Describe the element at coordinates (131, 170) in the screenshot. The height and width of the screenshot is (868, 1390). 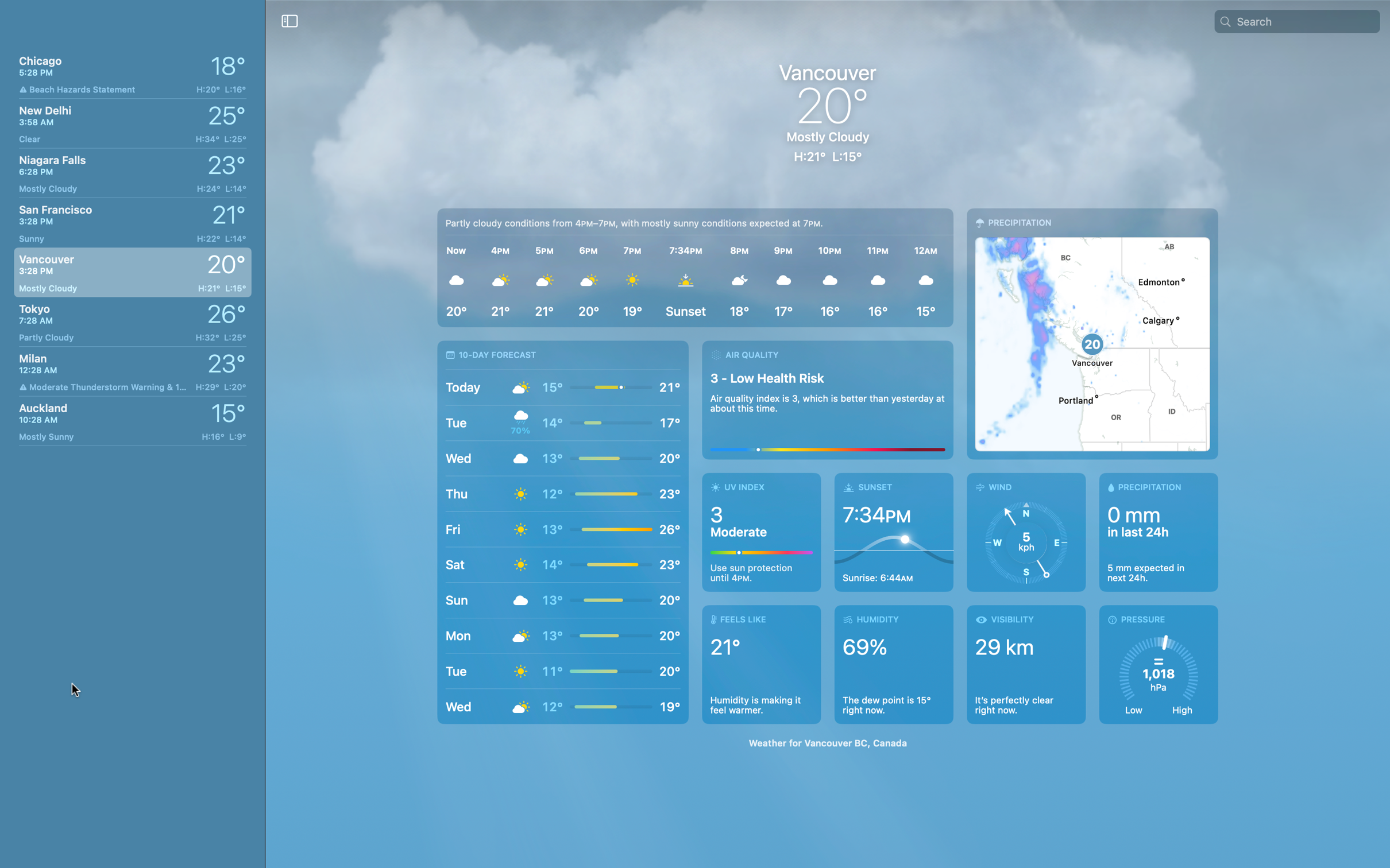
I see `What is the climate at Niagara Falls` at that location.